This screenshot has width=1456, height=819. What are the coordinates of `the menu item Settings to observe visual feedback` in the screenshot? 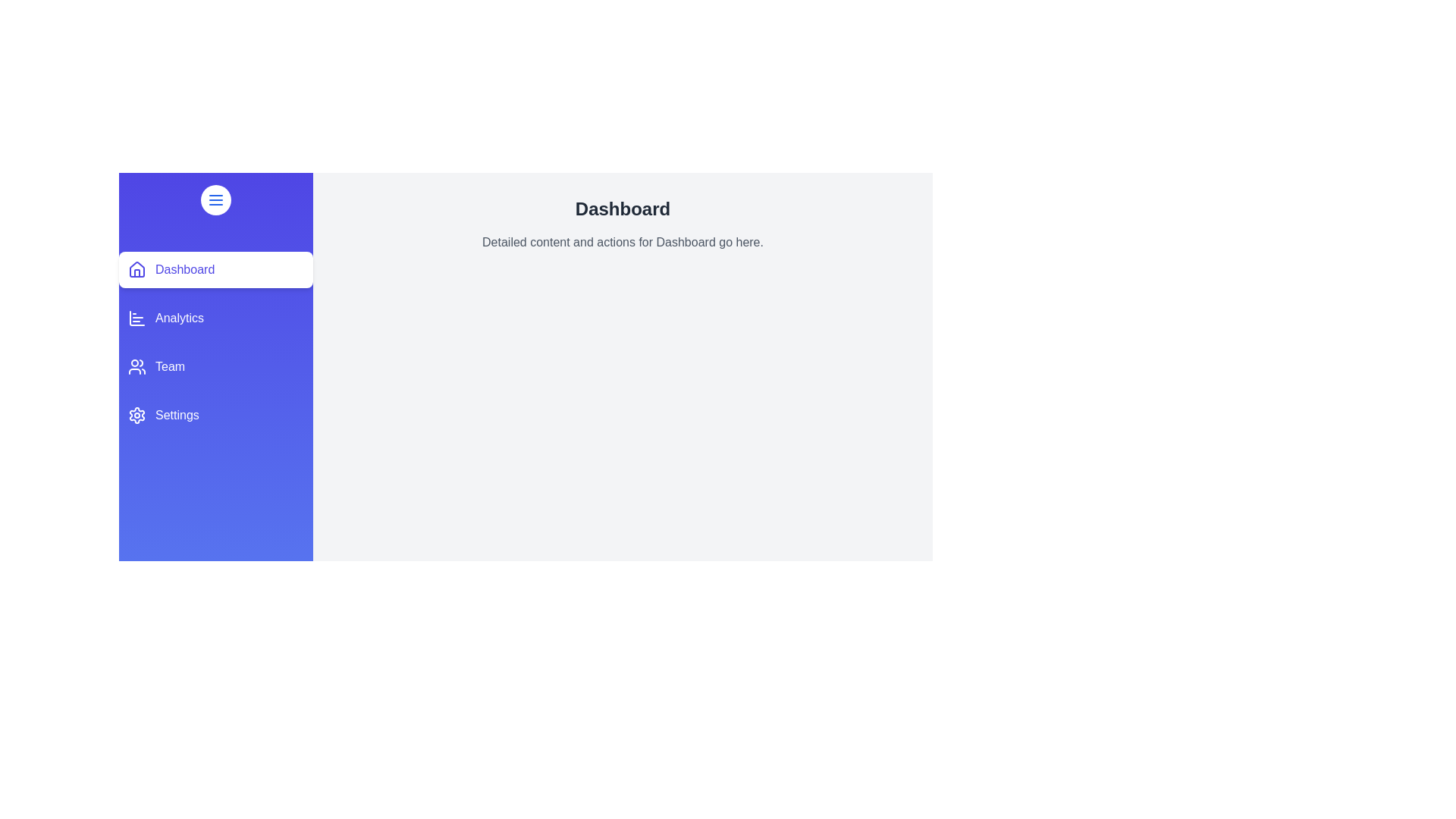 It's located at (215, 415).